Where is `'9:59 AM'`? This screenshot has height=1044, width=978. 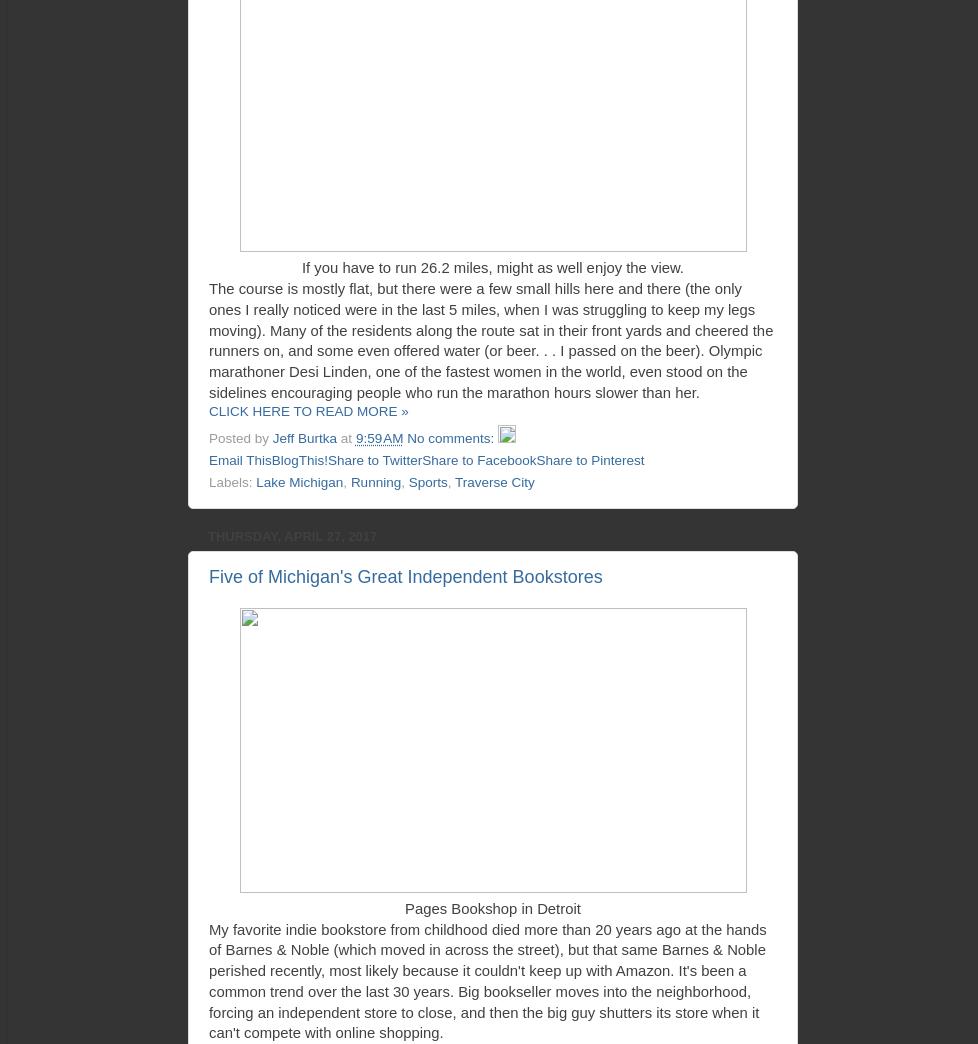 '9:59 AM' is located at coordinates (377, 437).